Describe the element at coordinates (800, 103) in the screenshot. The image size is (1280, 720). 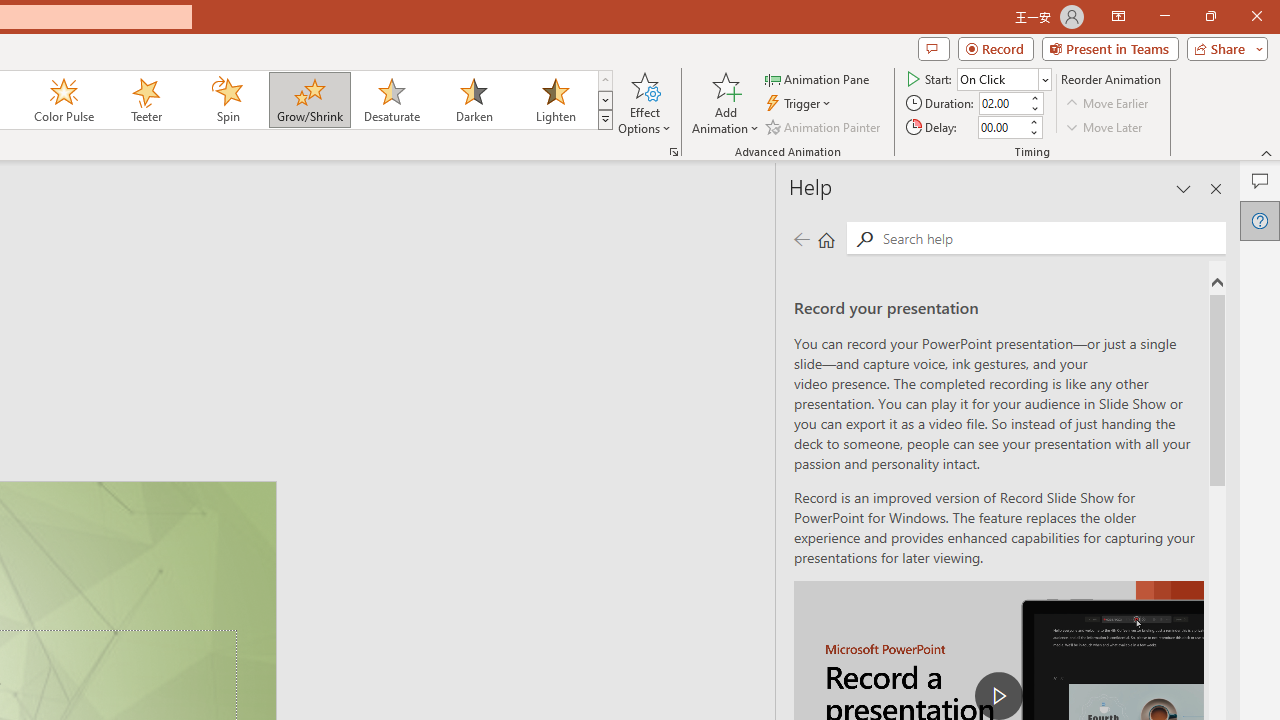
I see `'Trigger'` at that location.